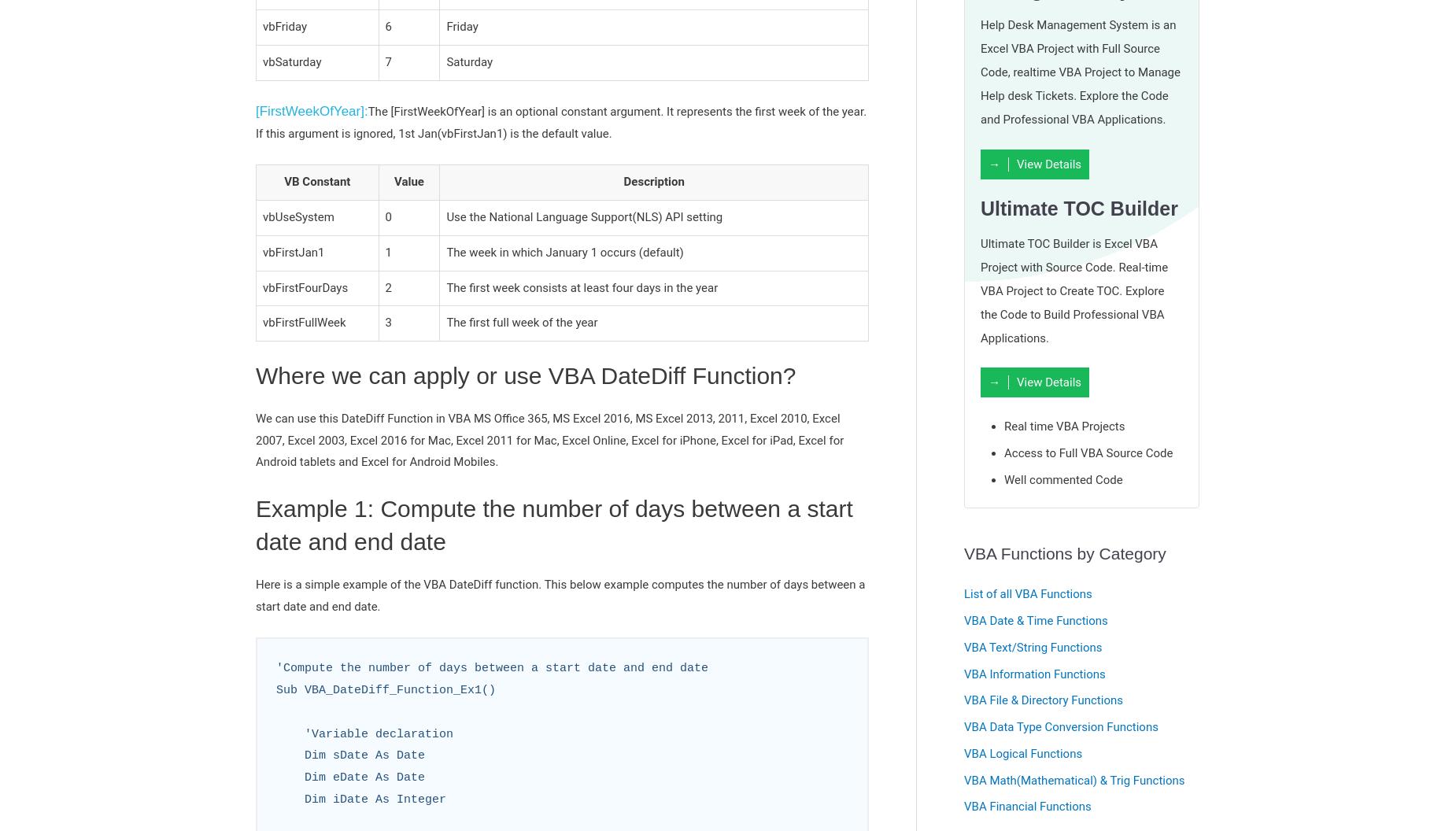 Image resolution: width=1456 pixels, height=831 pixels. Describe the element at coordinates (388, 61) in the screenshot. I see `'7'` at that location.